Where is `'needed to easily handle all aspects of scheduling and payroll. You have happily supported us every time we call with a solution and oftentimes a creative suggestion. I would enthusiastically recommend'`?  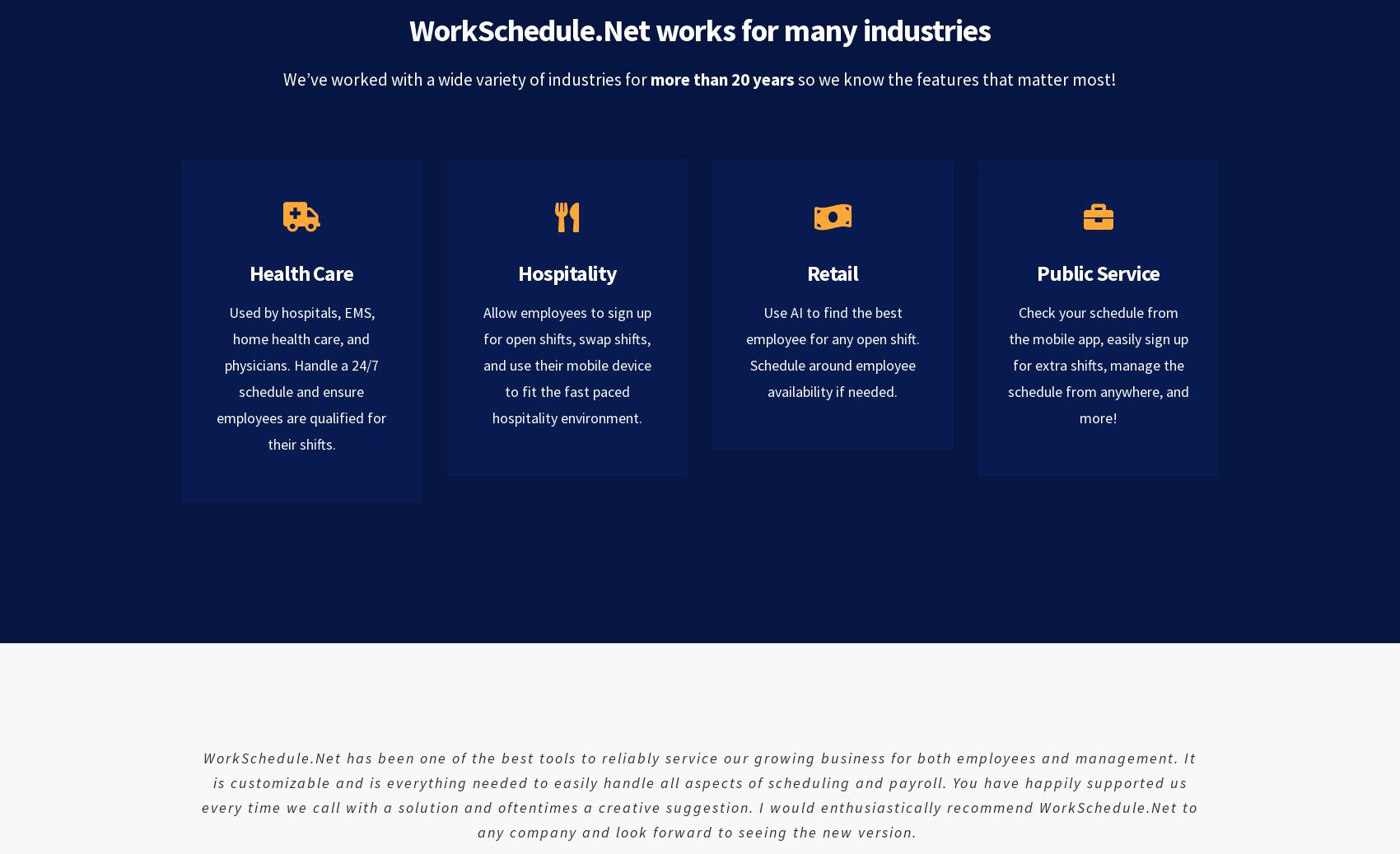
'needed to easily handle all aspects of scheduling and payroll. You have happily supported us every time we call with a solution and oftentimes a creative suggestion. I would enthusiastically recommend' is located at coordinates (693, 794).